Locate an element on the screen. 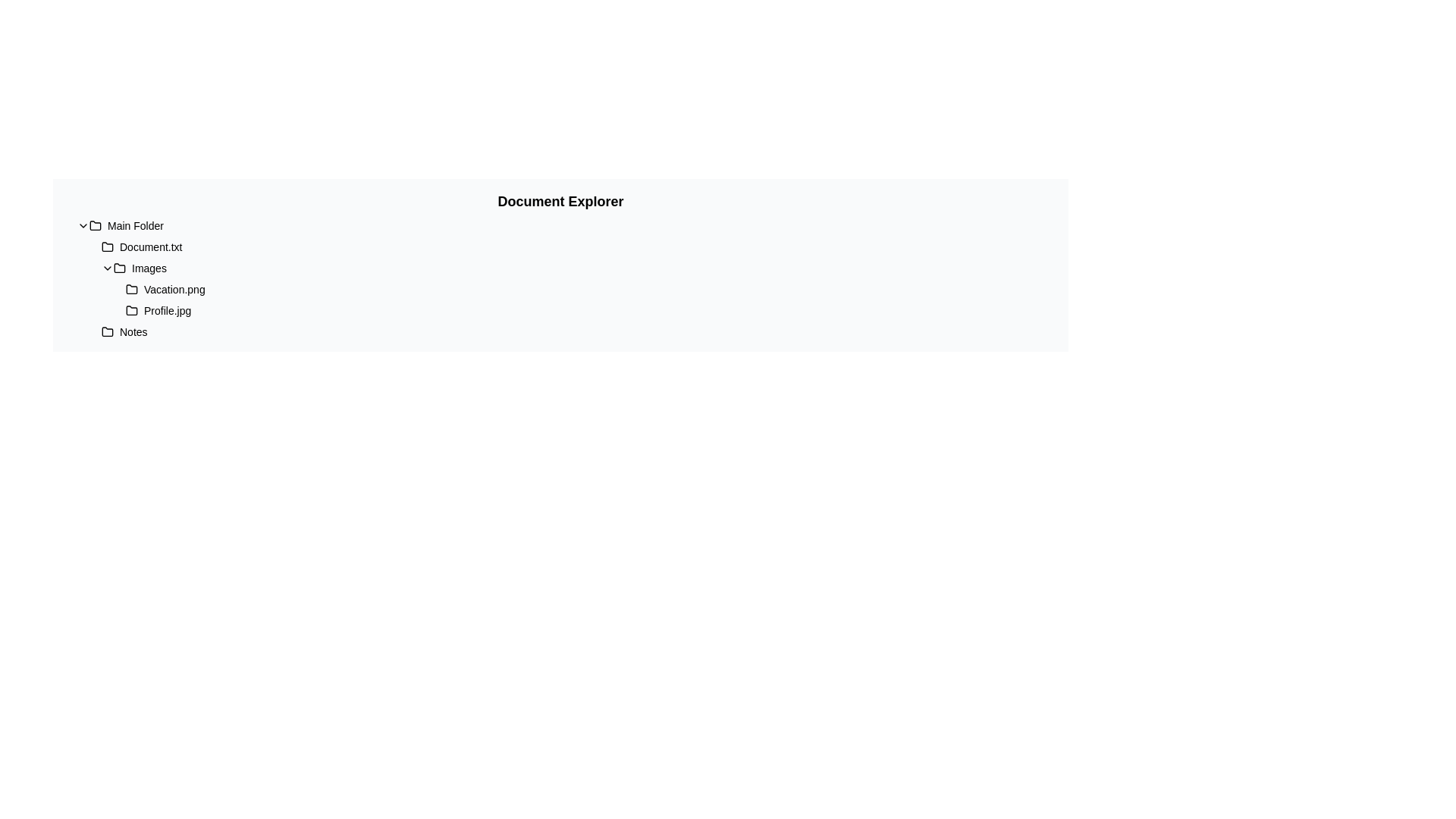 This screenshot has width=1456, height=819. the 'Images' text label located within the 'Document.txt' folder in the document explorer interface is located at coordinates (149, 268).